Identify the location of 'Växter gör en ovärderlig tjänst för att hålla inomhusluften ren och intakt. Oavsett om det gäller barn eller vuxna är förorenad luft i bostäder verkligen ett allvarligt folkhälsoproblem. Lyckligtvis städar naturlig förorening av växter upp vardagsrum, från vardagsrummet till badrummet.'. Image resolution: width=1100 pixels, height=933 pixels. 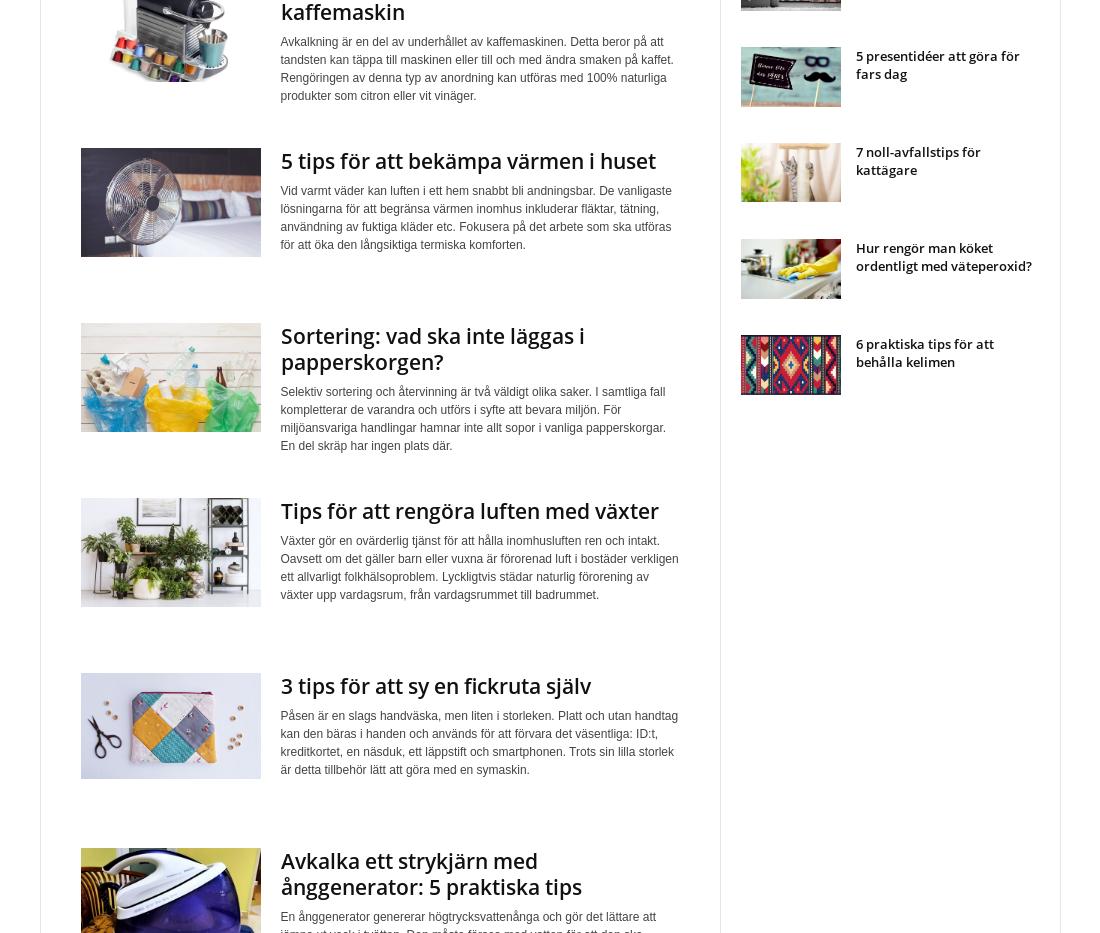
(478, 567).